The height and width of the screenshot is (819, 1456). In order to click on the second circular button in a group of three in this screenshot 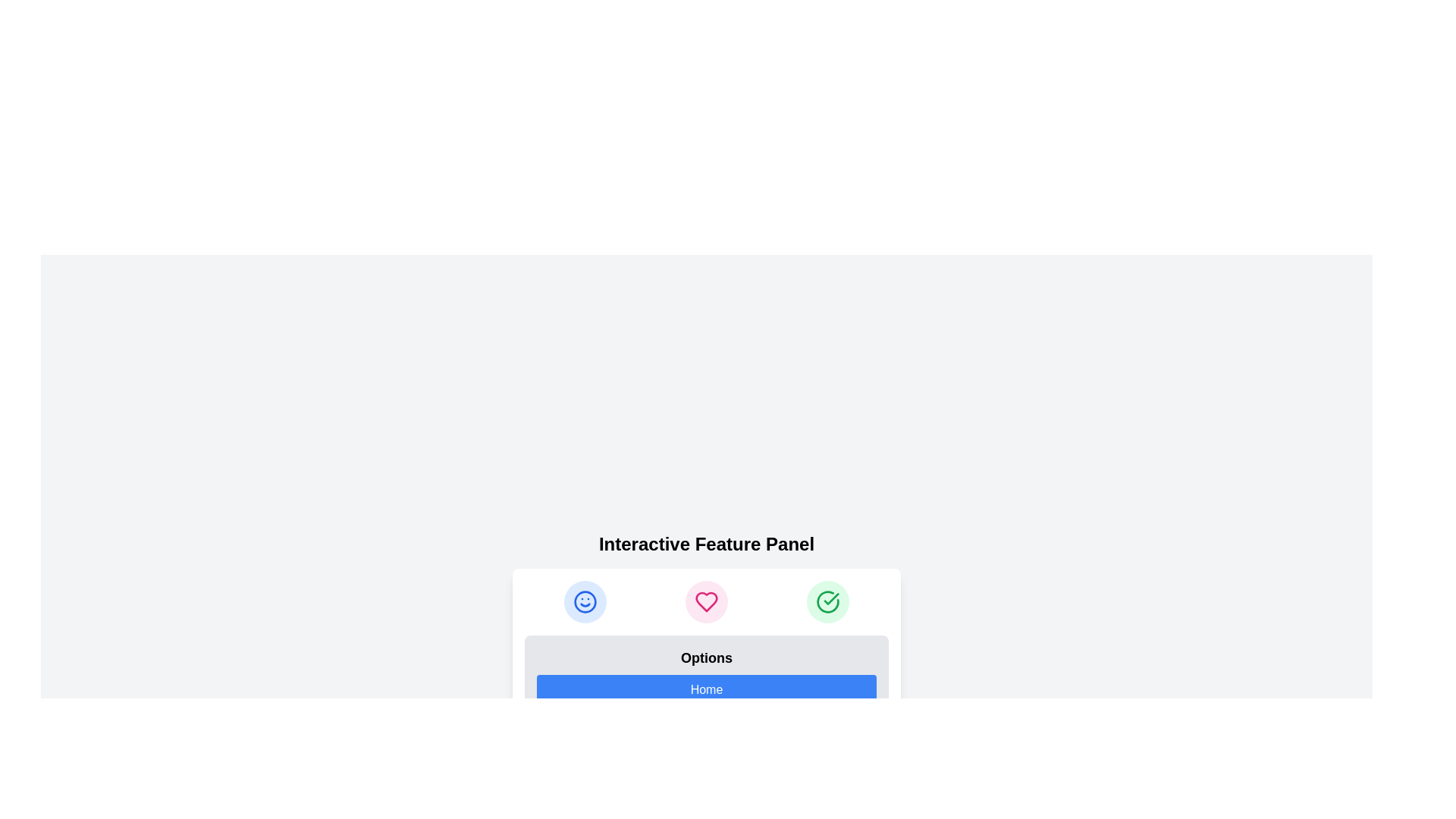, I will do `click(705, 601)`.